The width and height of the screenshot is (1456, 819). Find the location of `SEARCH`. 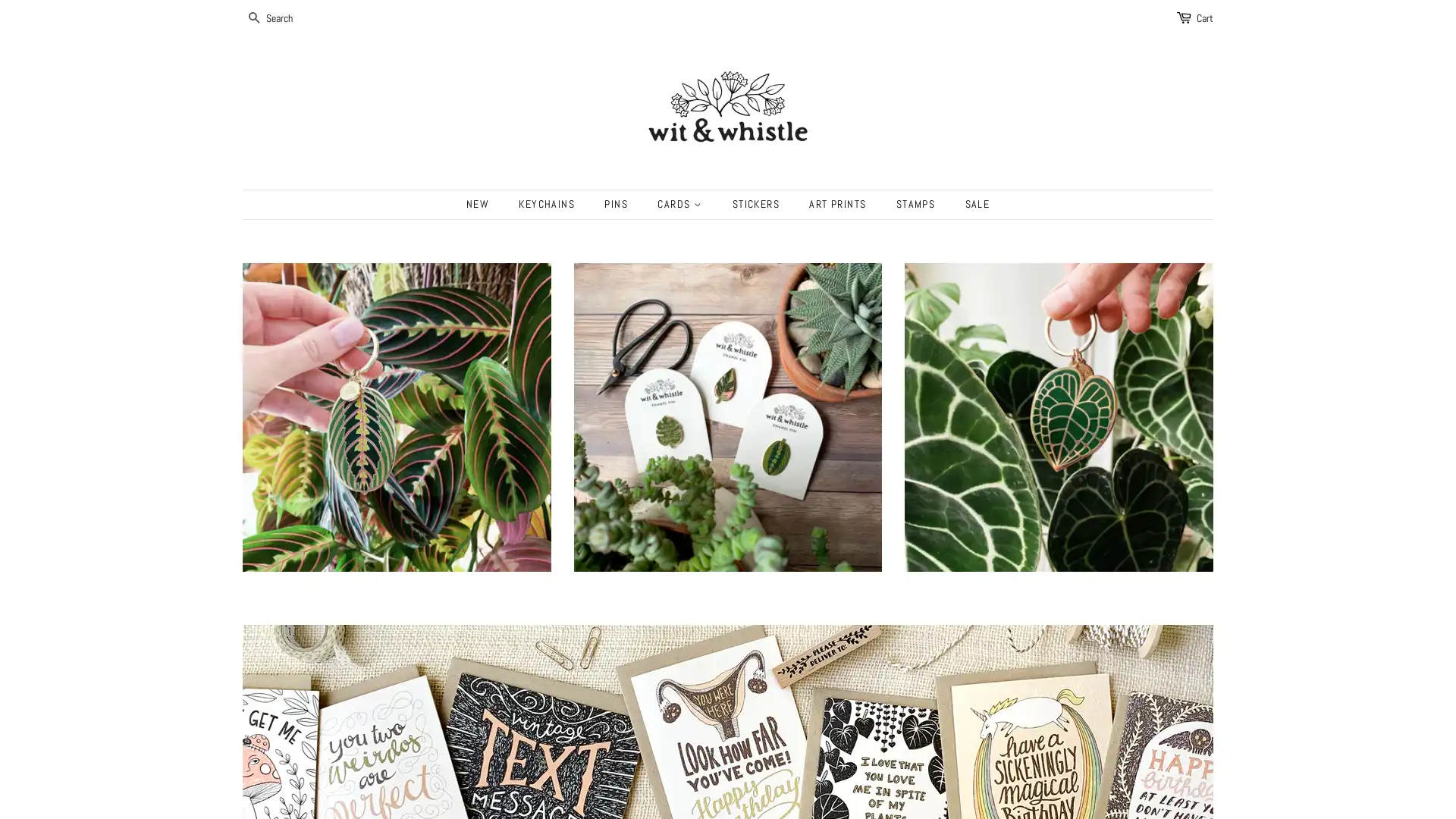

SEARCH is located at coordinates (255, 18).